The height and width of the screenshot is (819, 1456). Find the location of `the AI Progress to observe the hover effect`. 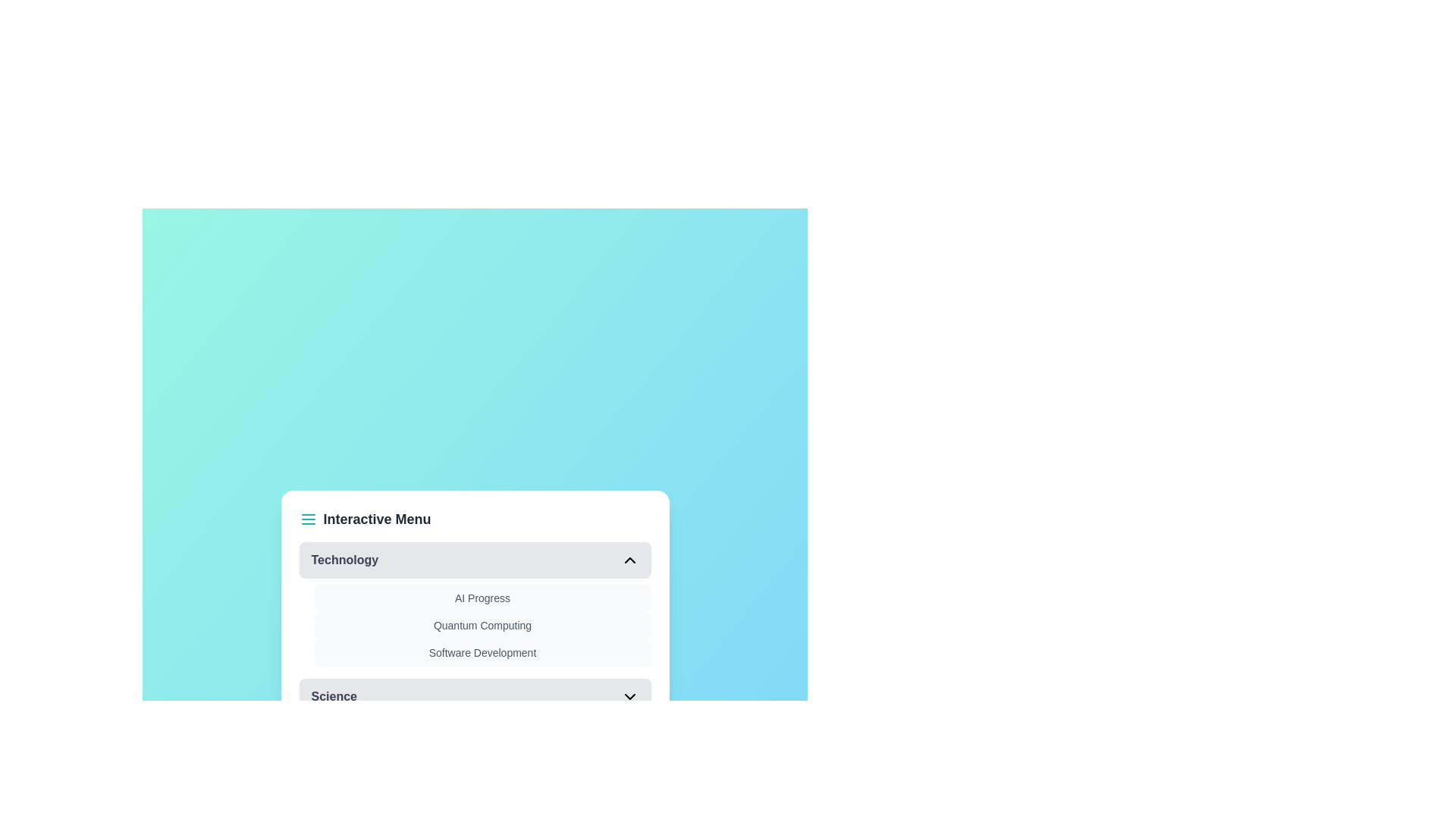

the AI Progress to observe the hover effect is located at coordinates (482, 598).